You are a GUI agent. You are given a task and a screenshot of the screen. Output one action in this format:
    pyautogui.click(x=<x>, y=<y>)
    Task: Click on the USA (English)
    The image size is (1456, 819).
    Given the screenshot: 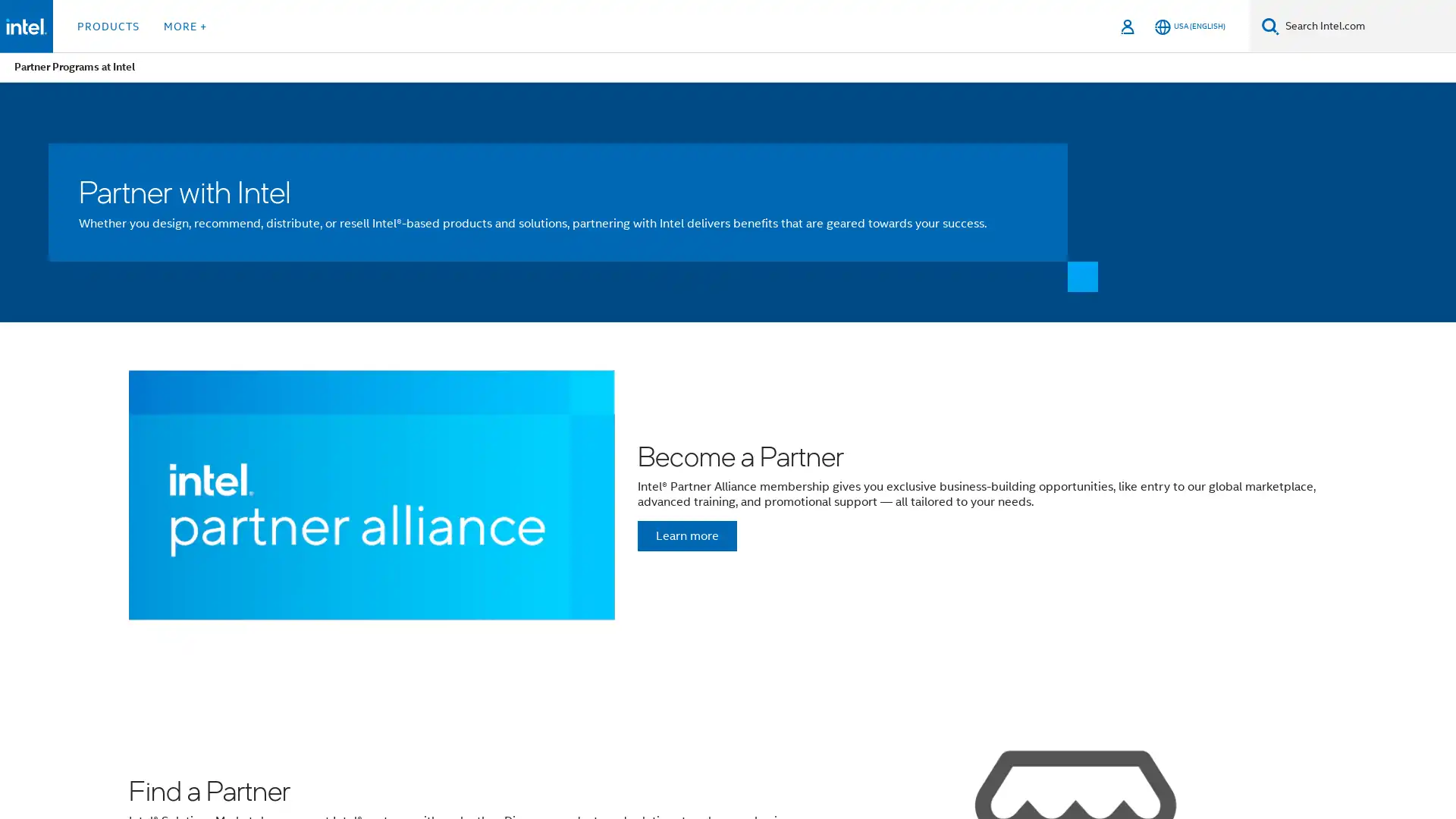 What is the action you would take?
    pyautogui.click(x=1189, y=26)
    